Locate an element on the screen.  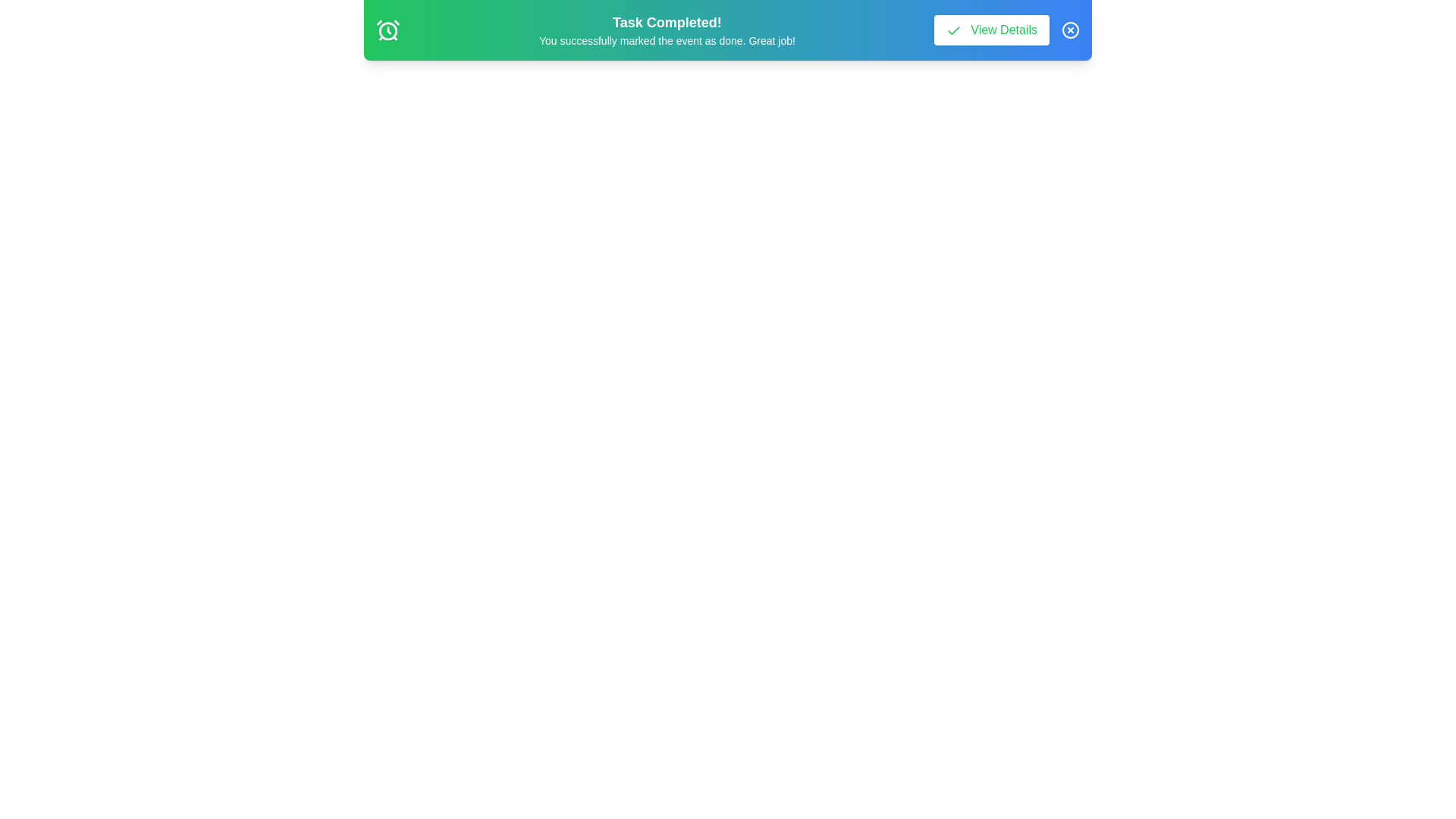
the AlarmClock icon to view it is located at coordinates (388, 30).